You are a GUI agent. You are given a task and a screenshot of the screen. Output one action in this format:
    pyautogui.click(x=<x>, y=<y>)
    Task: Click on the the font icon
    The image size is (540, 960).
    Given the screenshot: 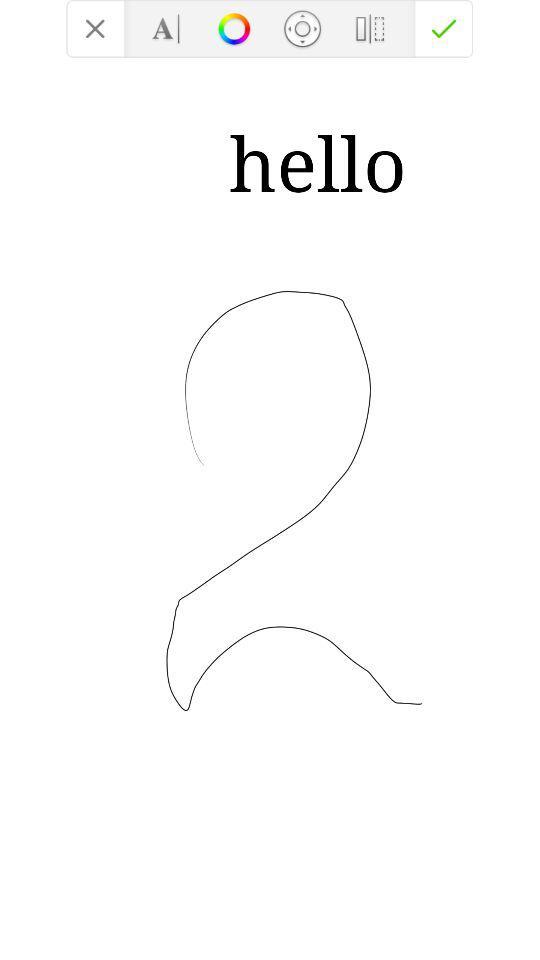 What is the action you would take?
    pyautogui.click(x=165, y=27)
    